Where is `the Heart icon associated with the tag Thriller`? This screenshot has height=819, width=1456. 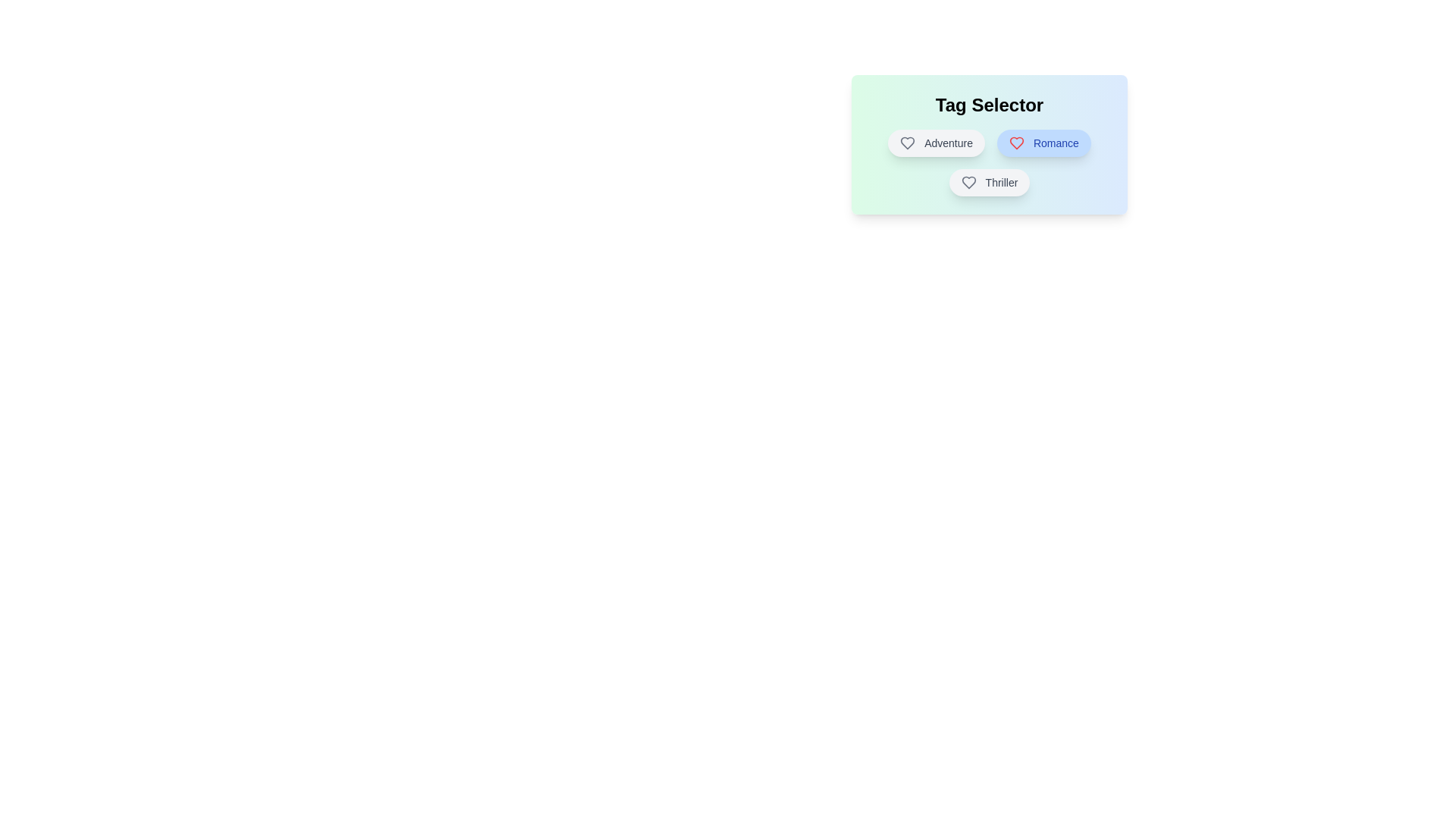
the Heart icon associated with the tag Thriller is located at coordinates (968, 181).